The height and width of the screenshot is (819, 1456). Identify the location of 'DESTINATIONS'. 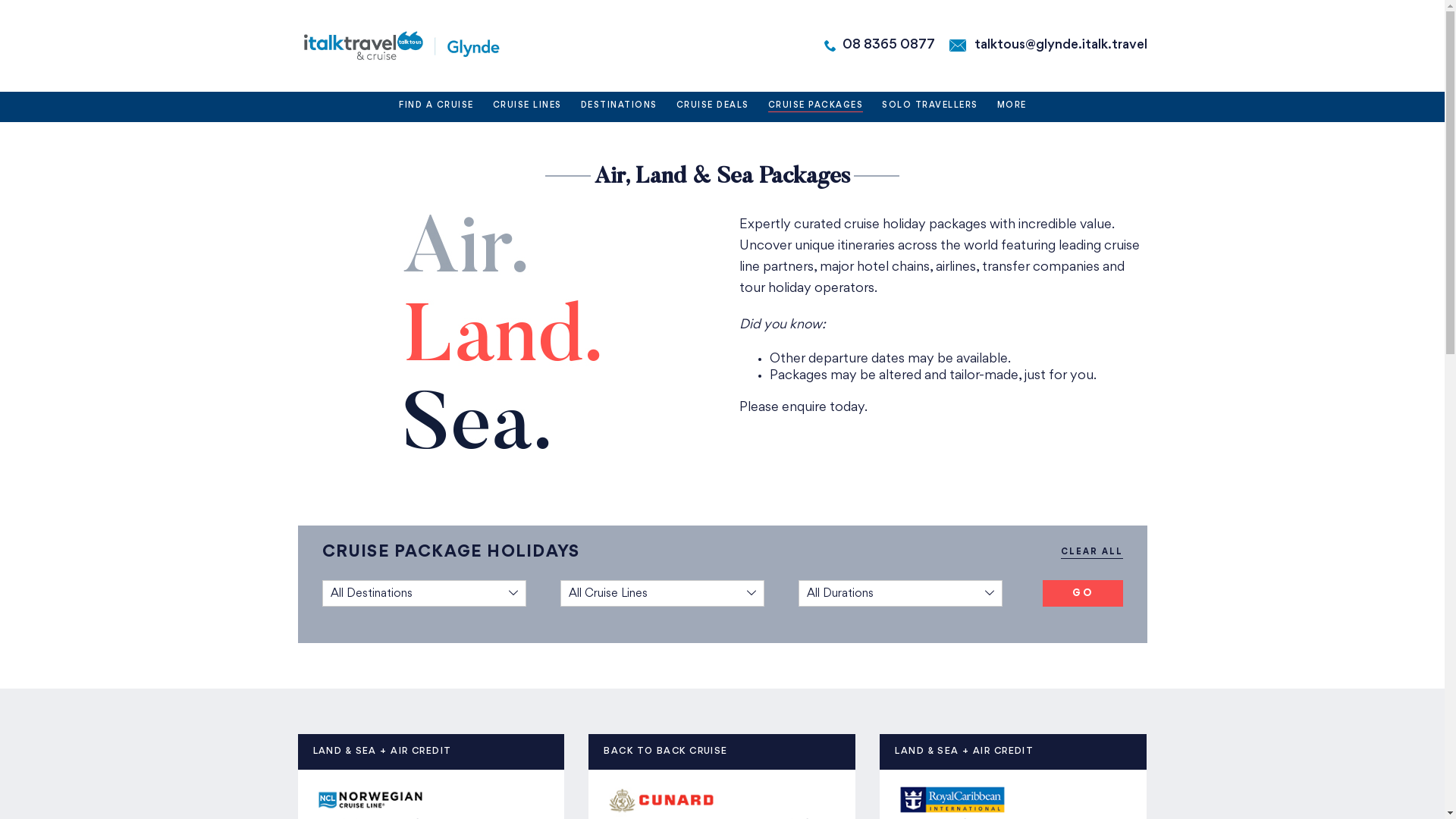
(619, 106).